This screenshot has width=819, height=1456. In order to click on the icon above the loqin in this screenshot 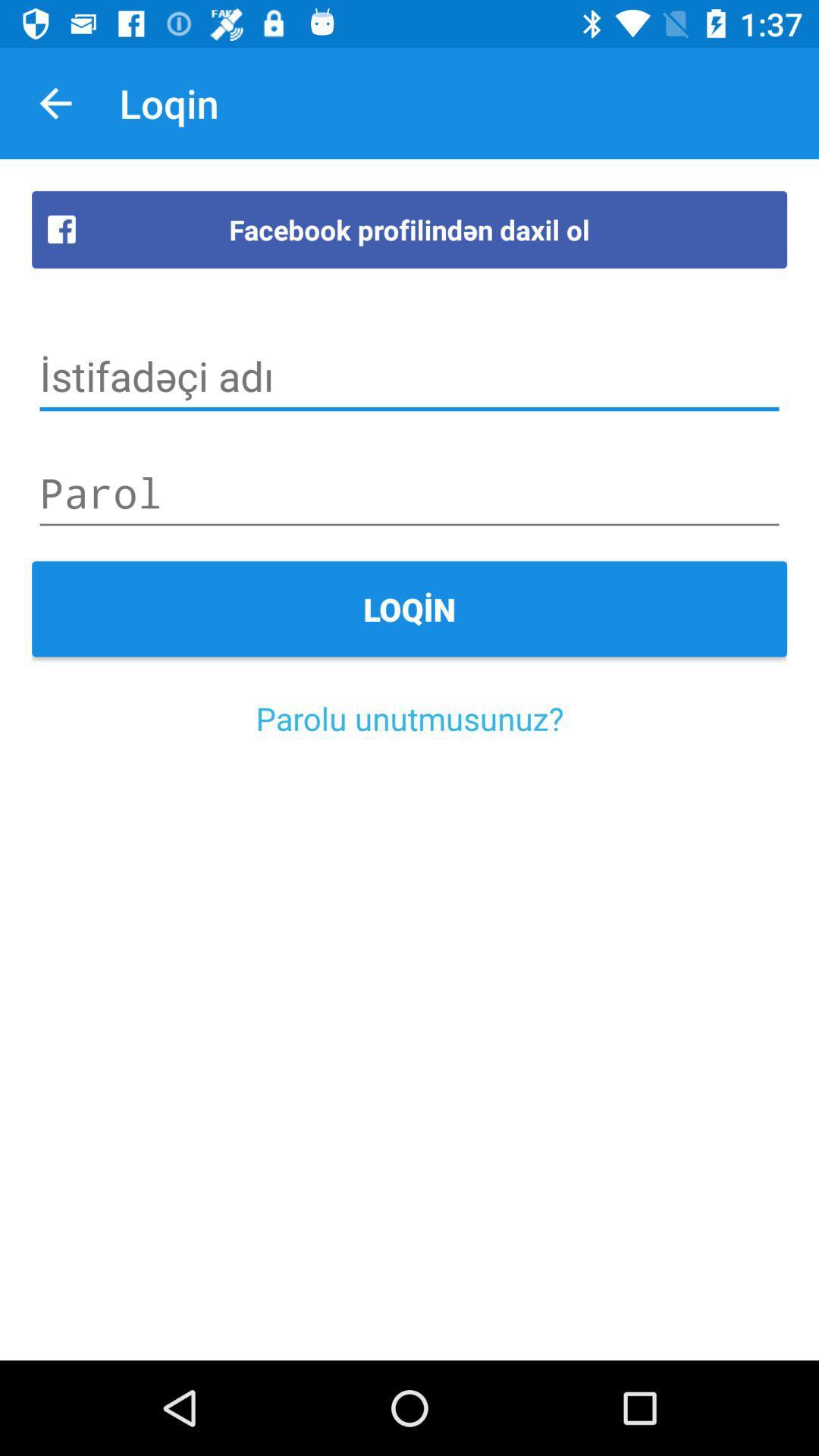, I will do `click(409, 493)`.